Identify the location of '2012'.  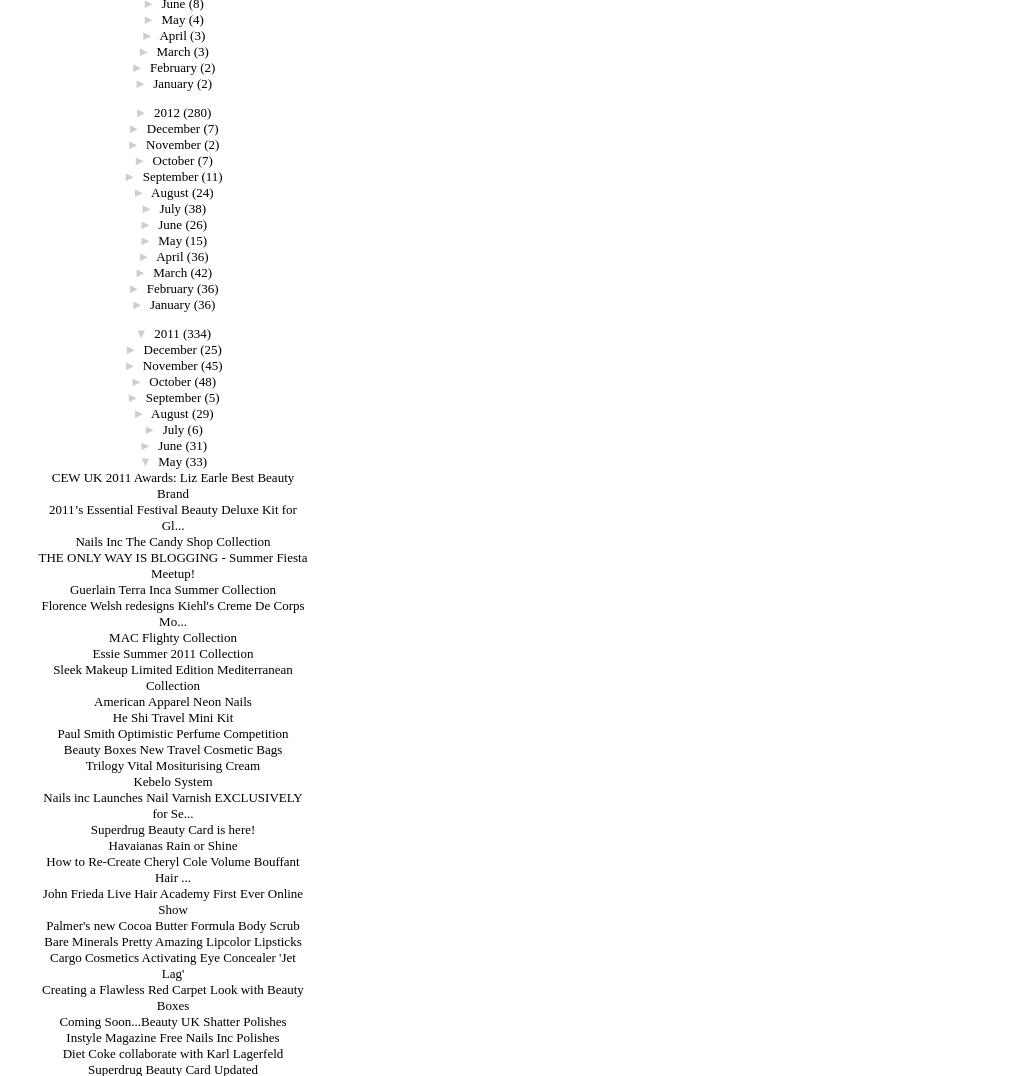
(152, 111).